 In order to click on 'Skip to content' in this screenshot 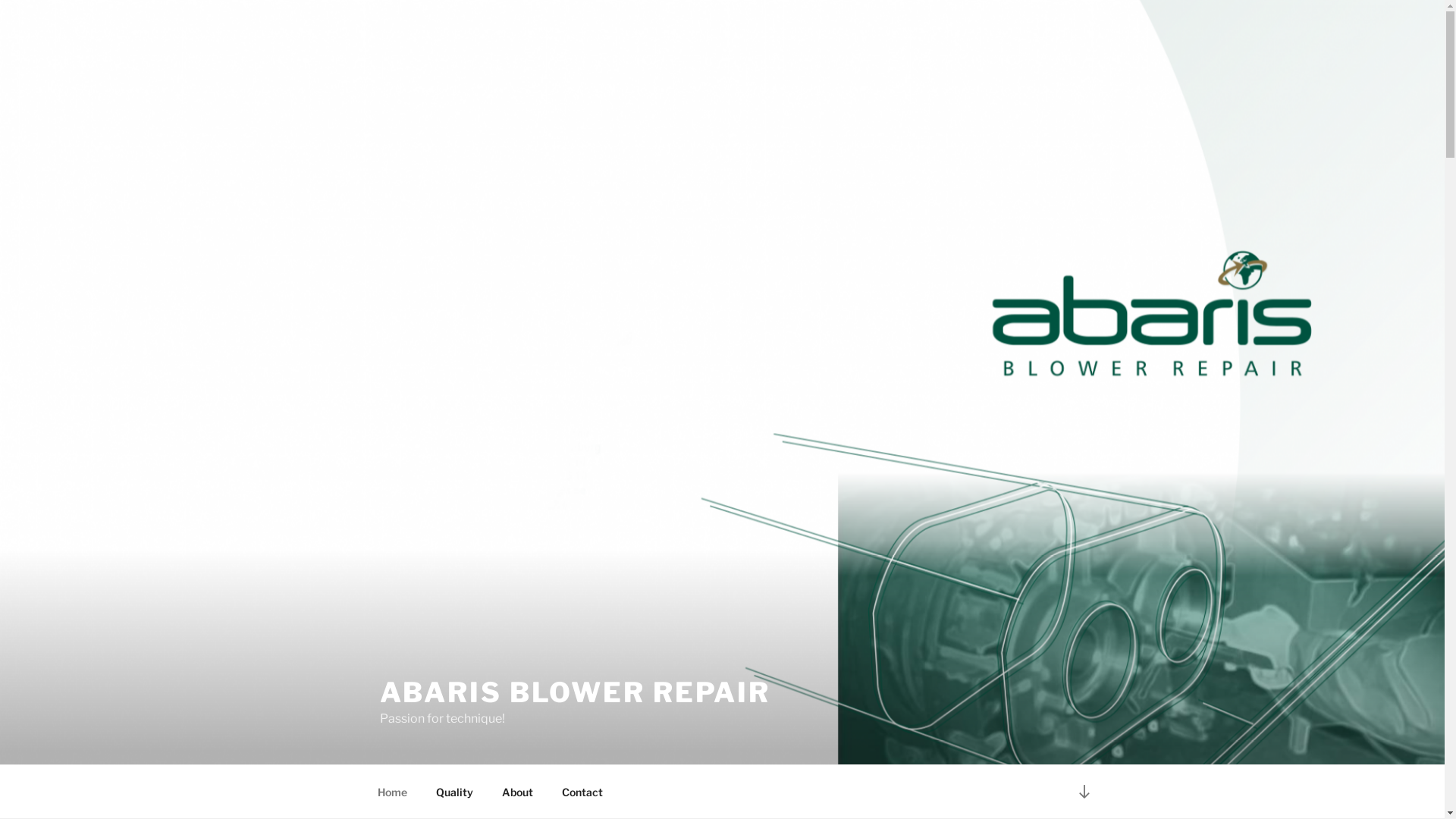, I will do `click(0, 0)`.